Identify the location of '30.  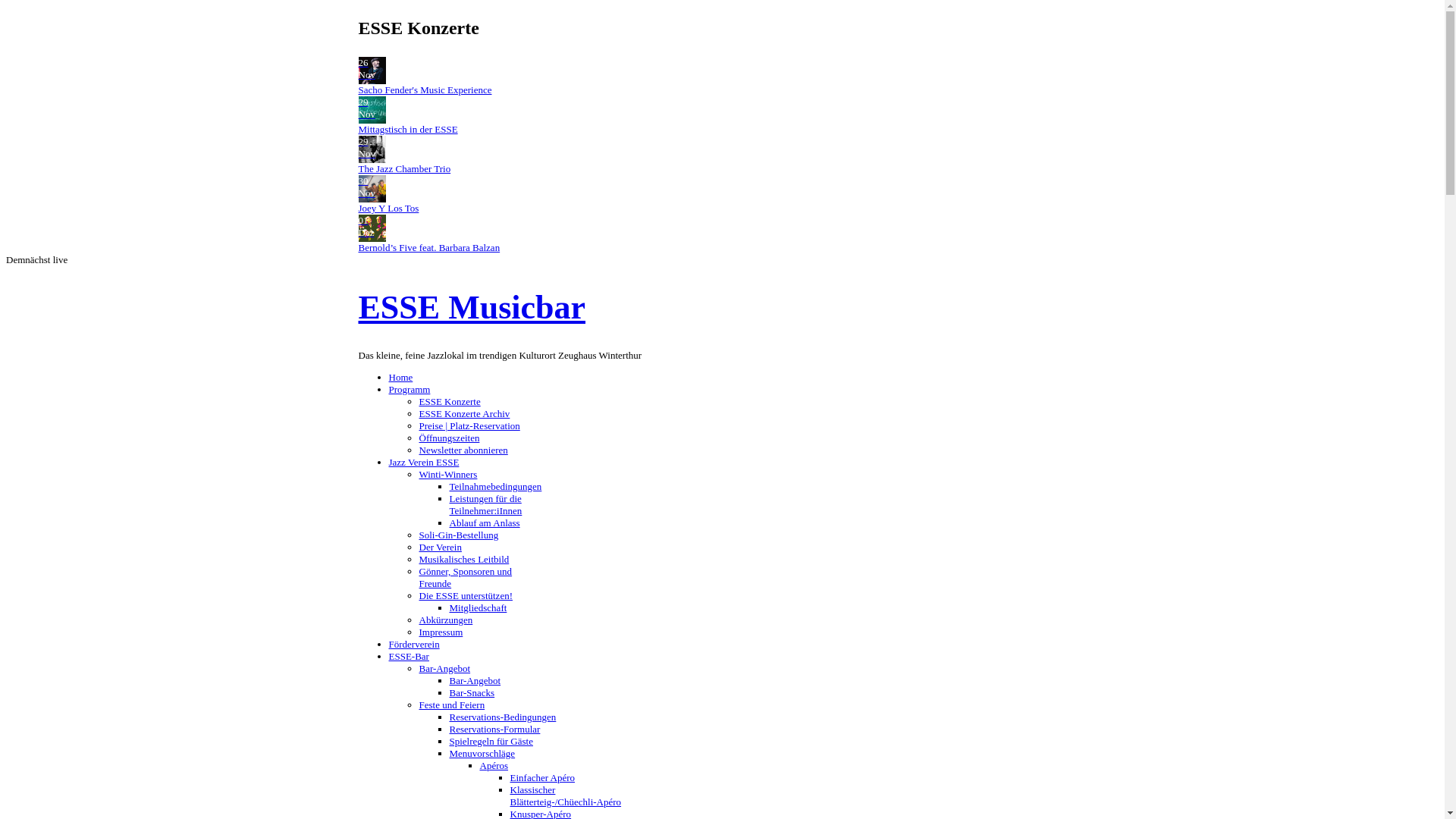
(720, 194).